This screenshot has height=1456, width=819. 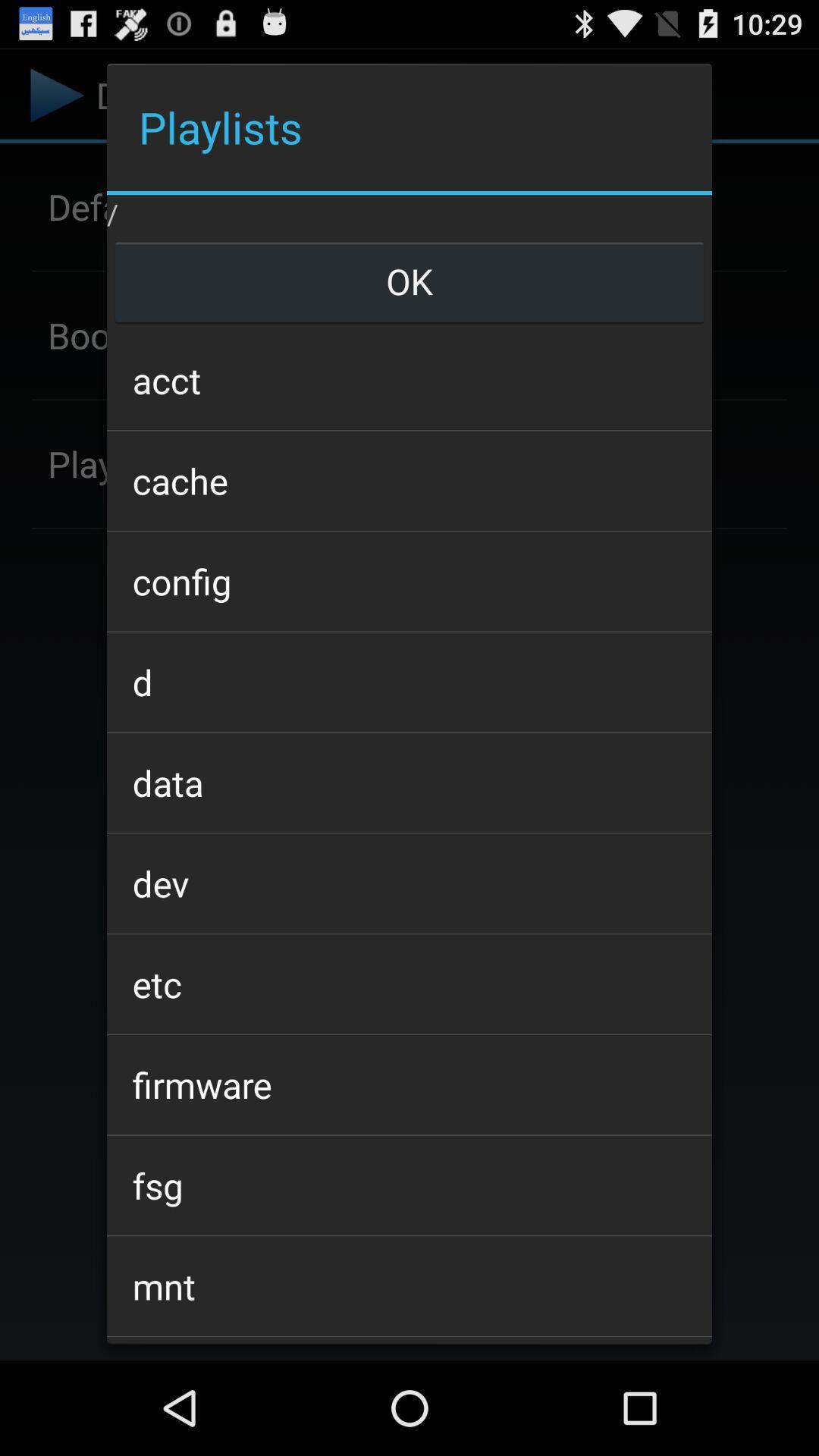 What do you see at coordinates (409, 984) in the screenshot?
I see `app above firmware item` at bounding box center [409, 984].